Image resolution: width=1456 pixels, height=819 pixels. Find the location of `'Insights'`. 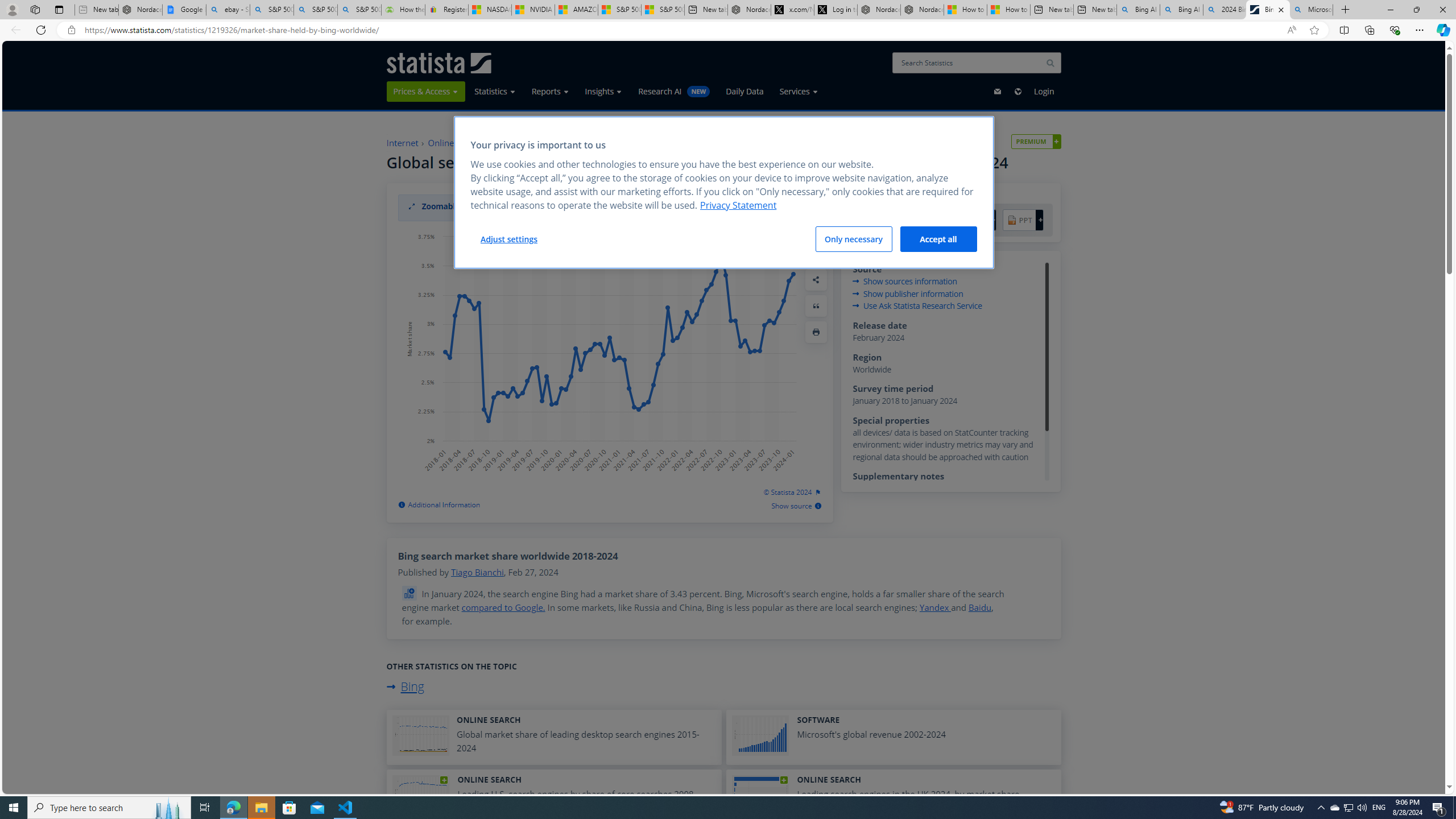

'Insights' is located at coordinates (603, 91).